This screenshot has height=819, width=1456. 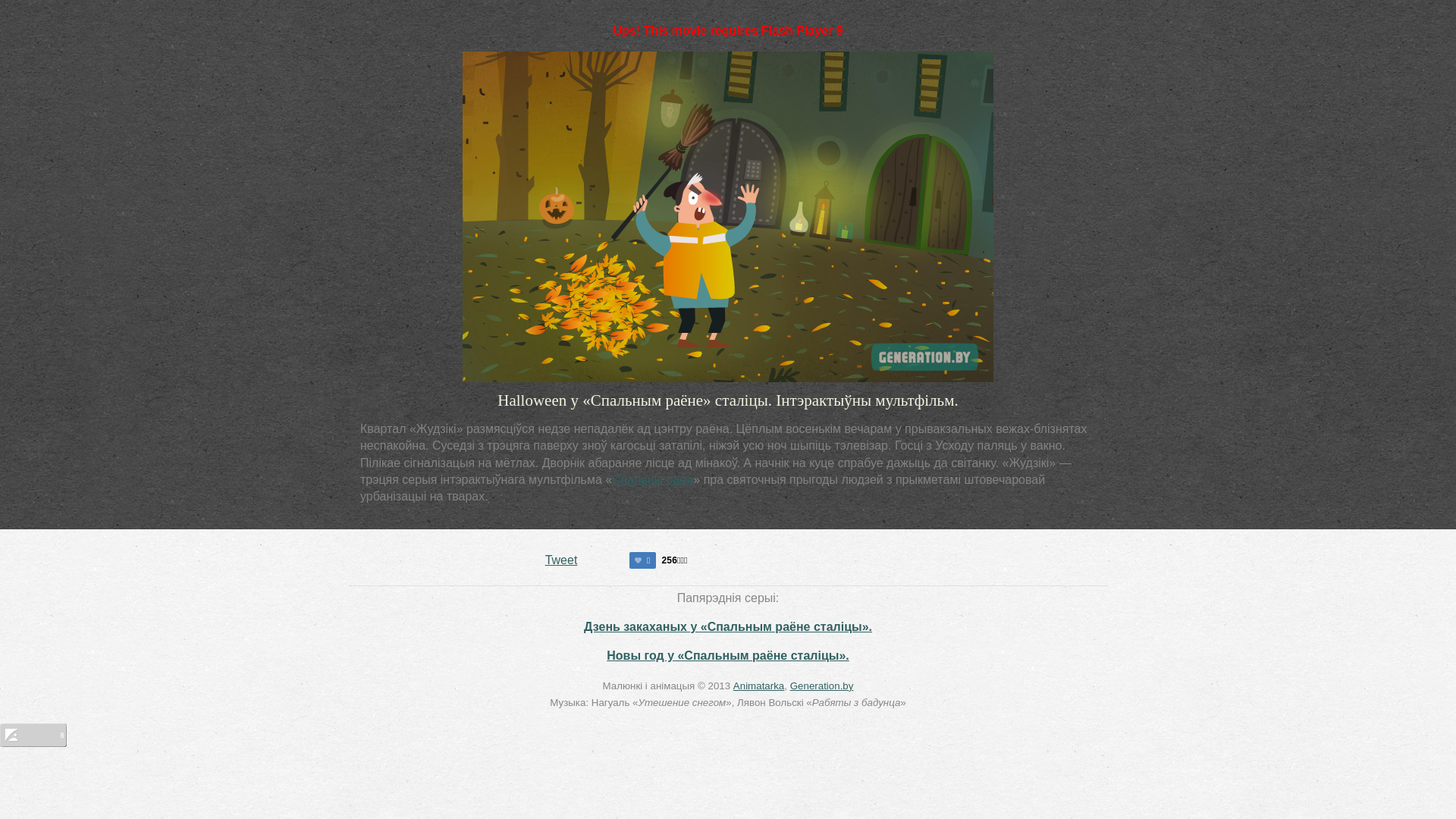 What do you see at coordinates (728, 216) in the screenshot?
I see `'This movie requires Flash Player 9'` at bounding box center [728, 216].